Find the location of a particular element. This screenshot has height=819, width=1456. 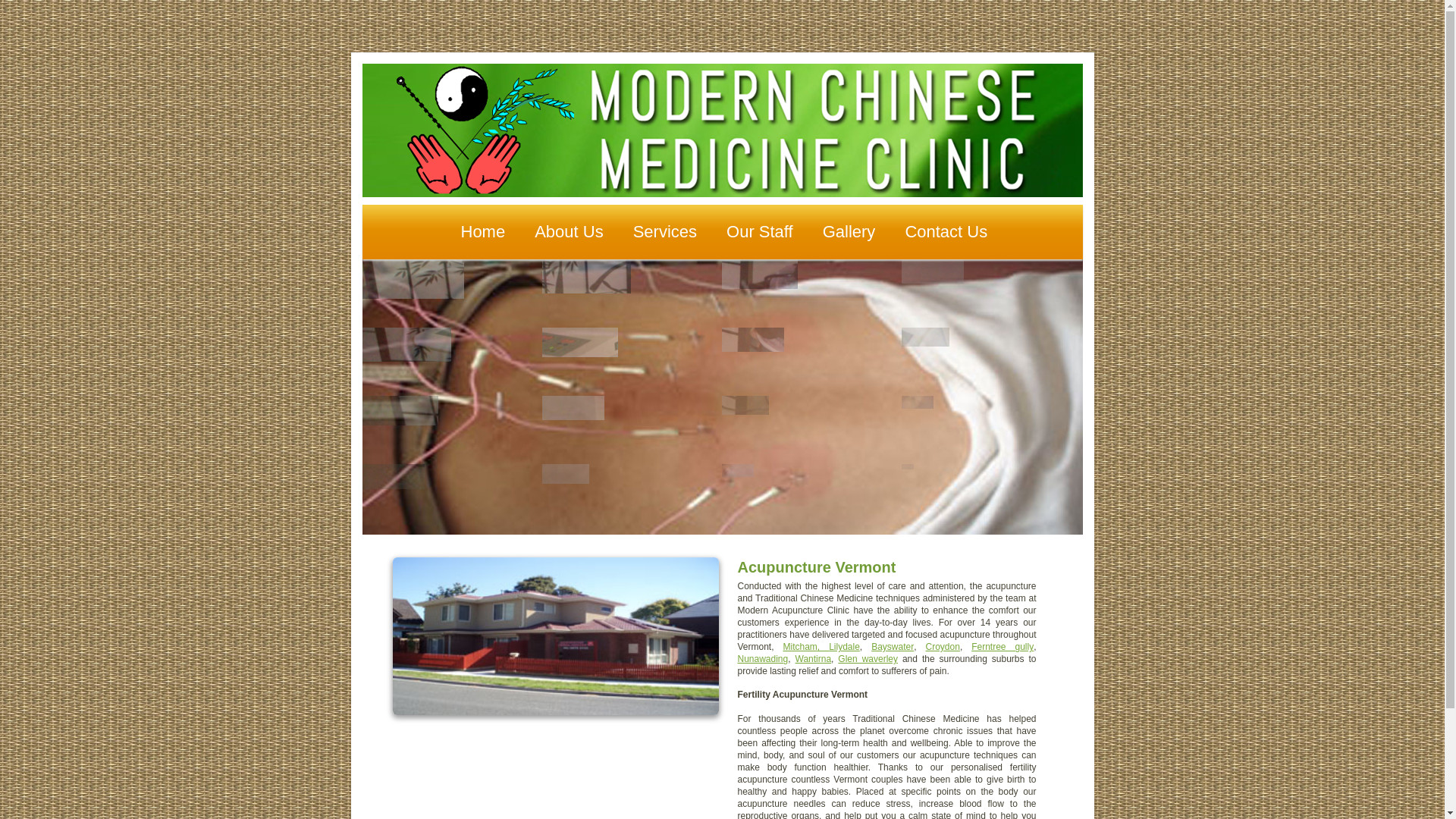

'Services' is located at coordinates (665, 231).